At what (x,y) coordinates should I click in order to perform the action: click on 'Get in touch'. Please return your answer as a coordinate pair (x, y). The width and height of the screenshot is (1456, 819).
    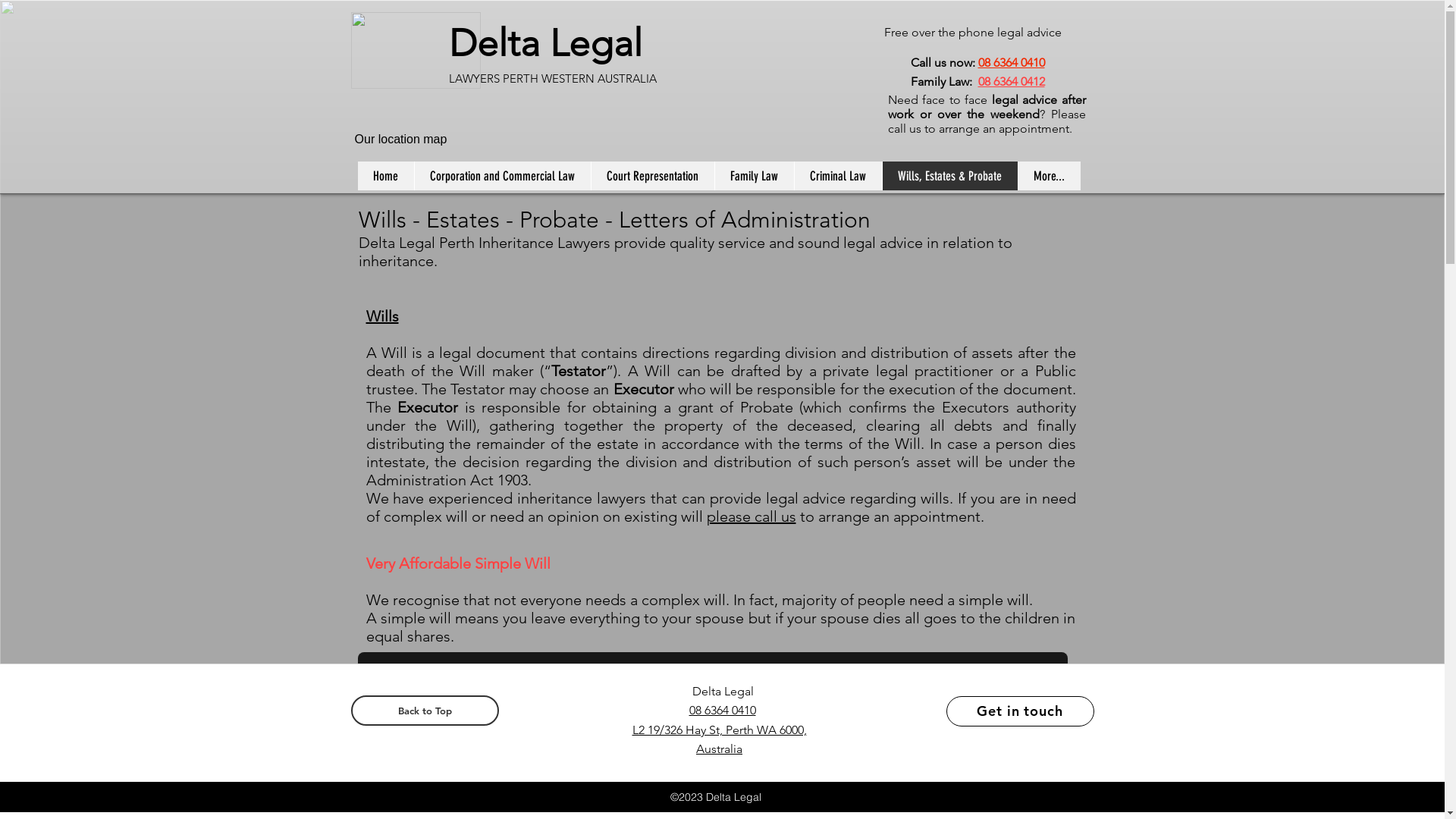
    Looking at the image, I should click on (946, 711).